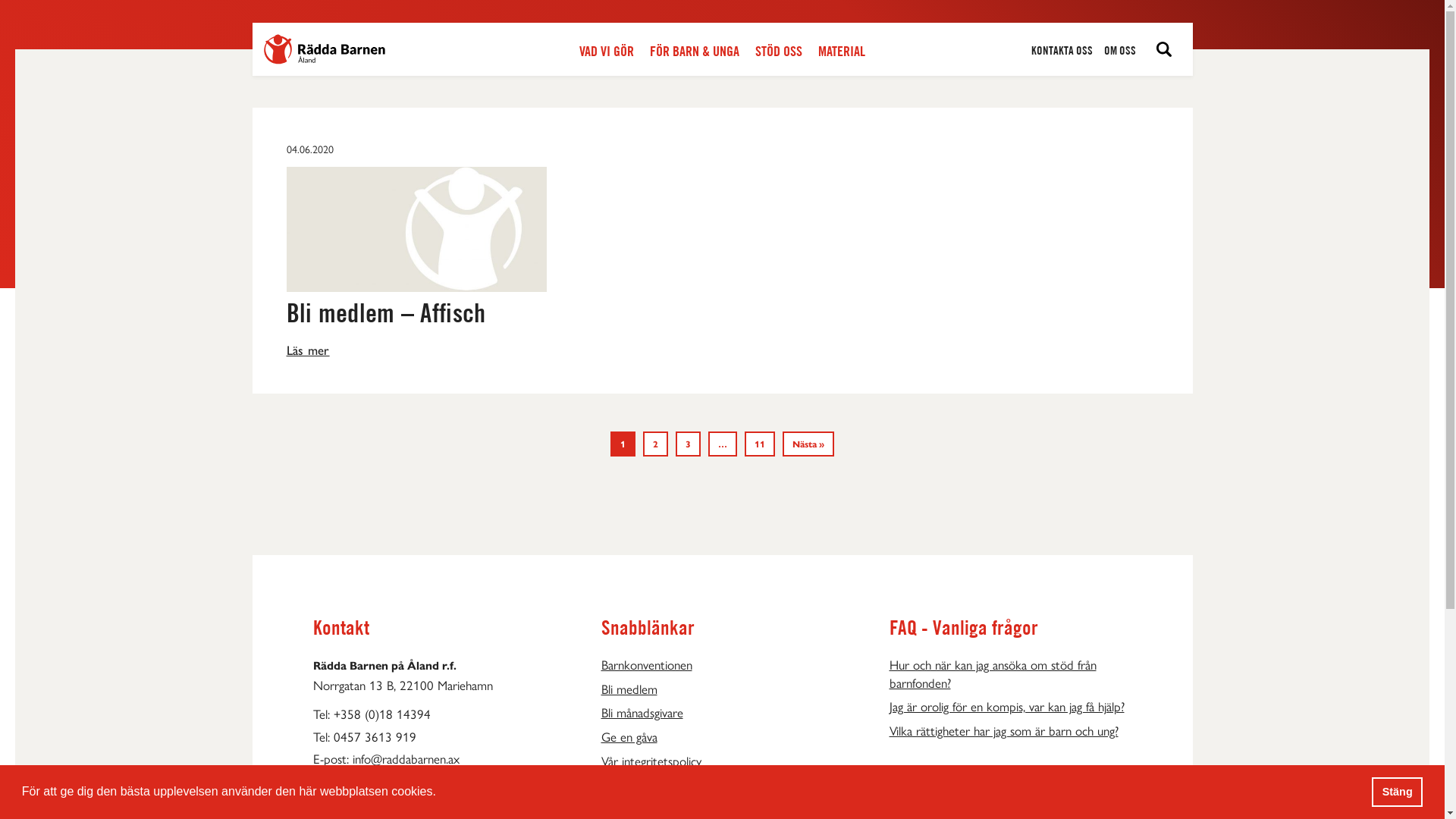 Image resolution: width=1456 pixels, height=819 pixels. What do you see at coordinates (1120, 50) in the screenshot?
I see `'OM OSS'` at bounding box center [1120, 50].